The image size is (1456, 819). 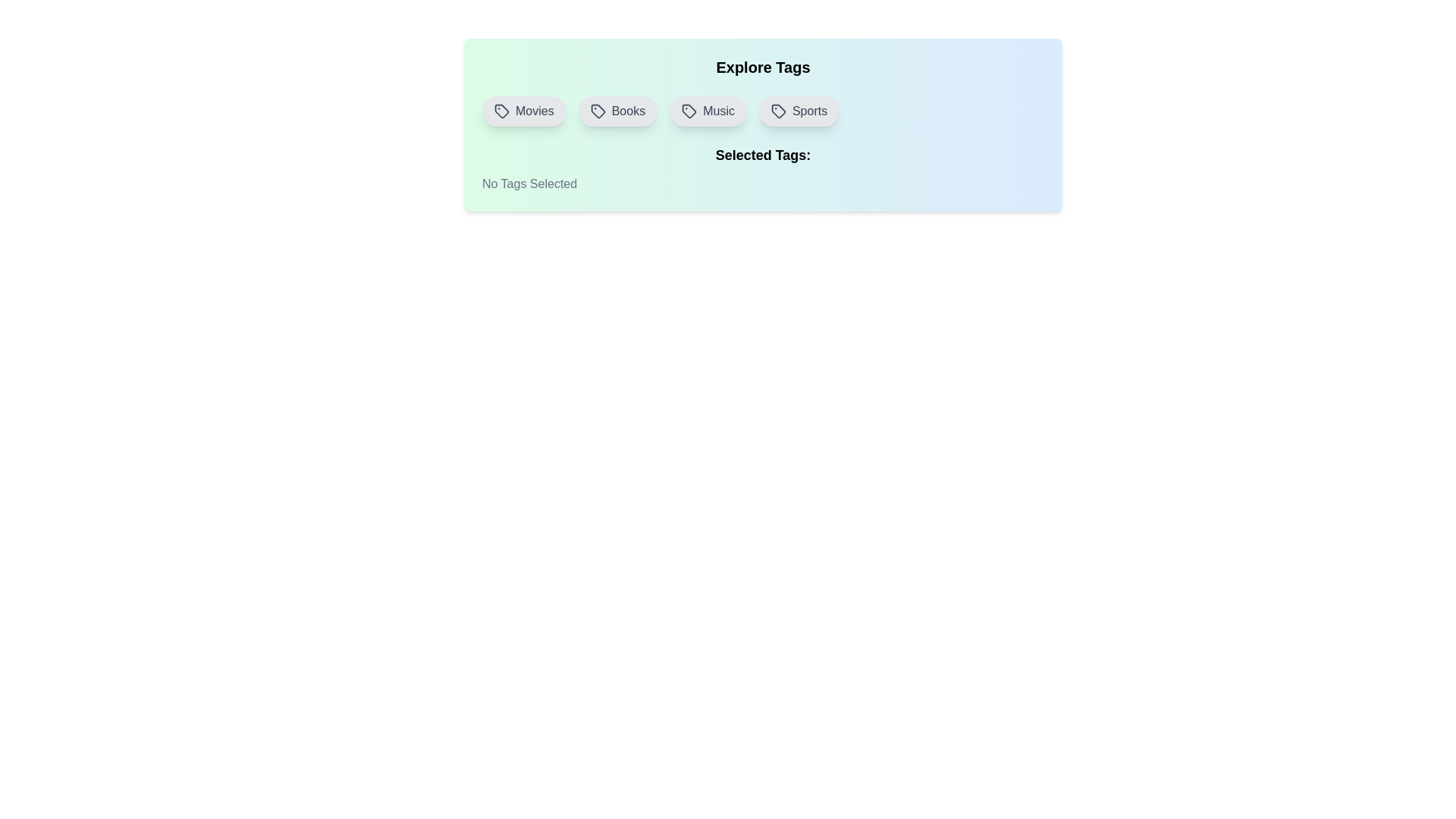 I want to click on the tag-shaped icon located in the 'Explore Tags' section, positioned to the left of the text 'Sports', so click(x=779, y=110).